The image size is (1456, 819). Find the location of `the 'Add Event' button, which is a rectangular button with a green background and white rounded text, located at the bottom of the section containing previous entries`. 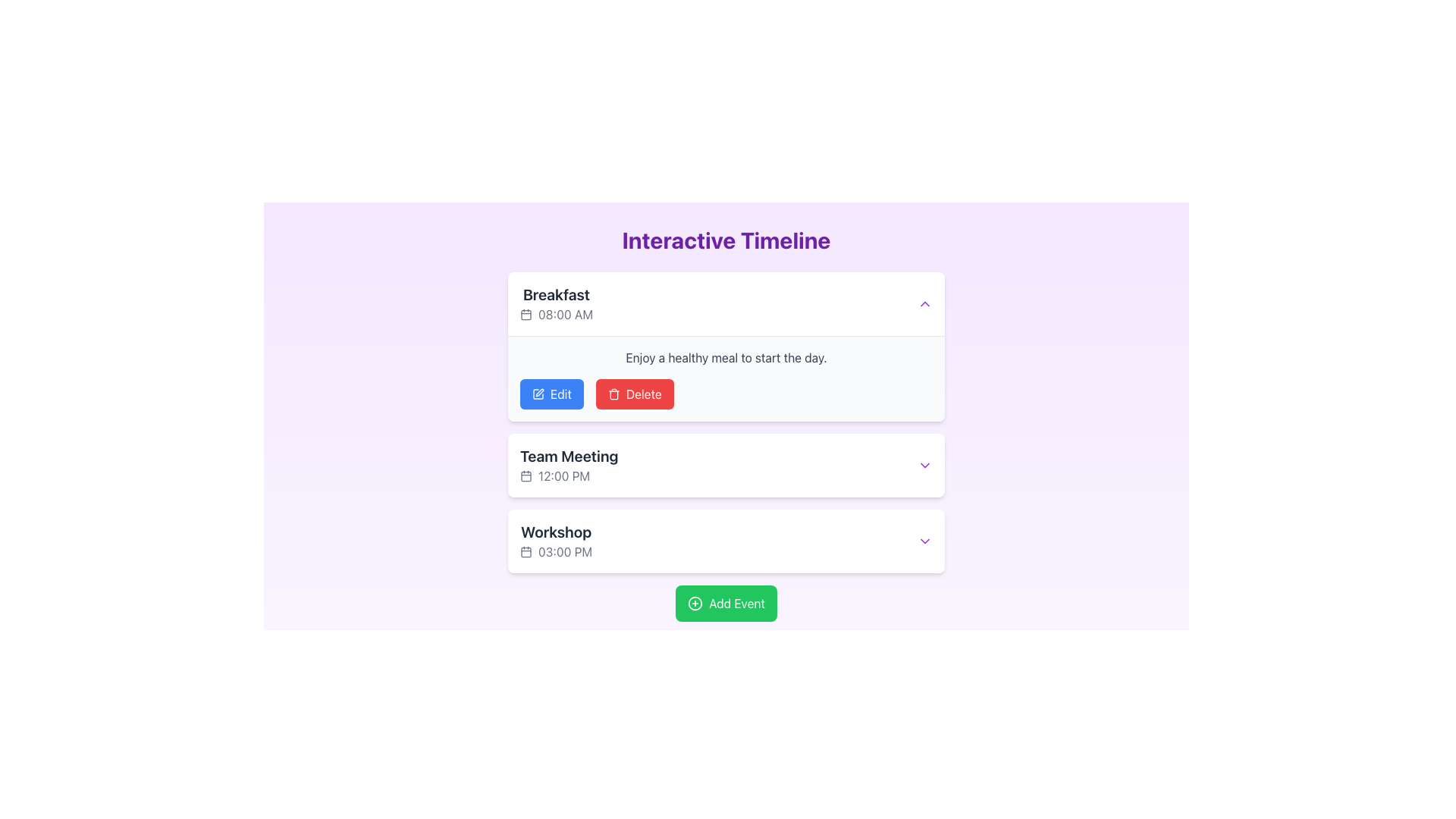

the 'Add Event' button, which is a rectangular button with a green background and white rounded text, located at the bottom of the section containing previous entries is located at coordinates (726, 602).